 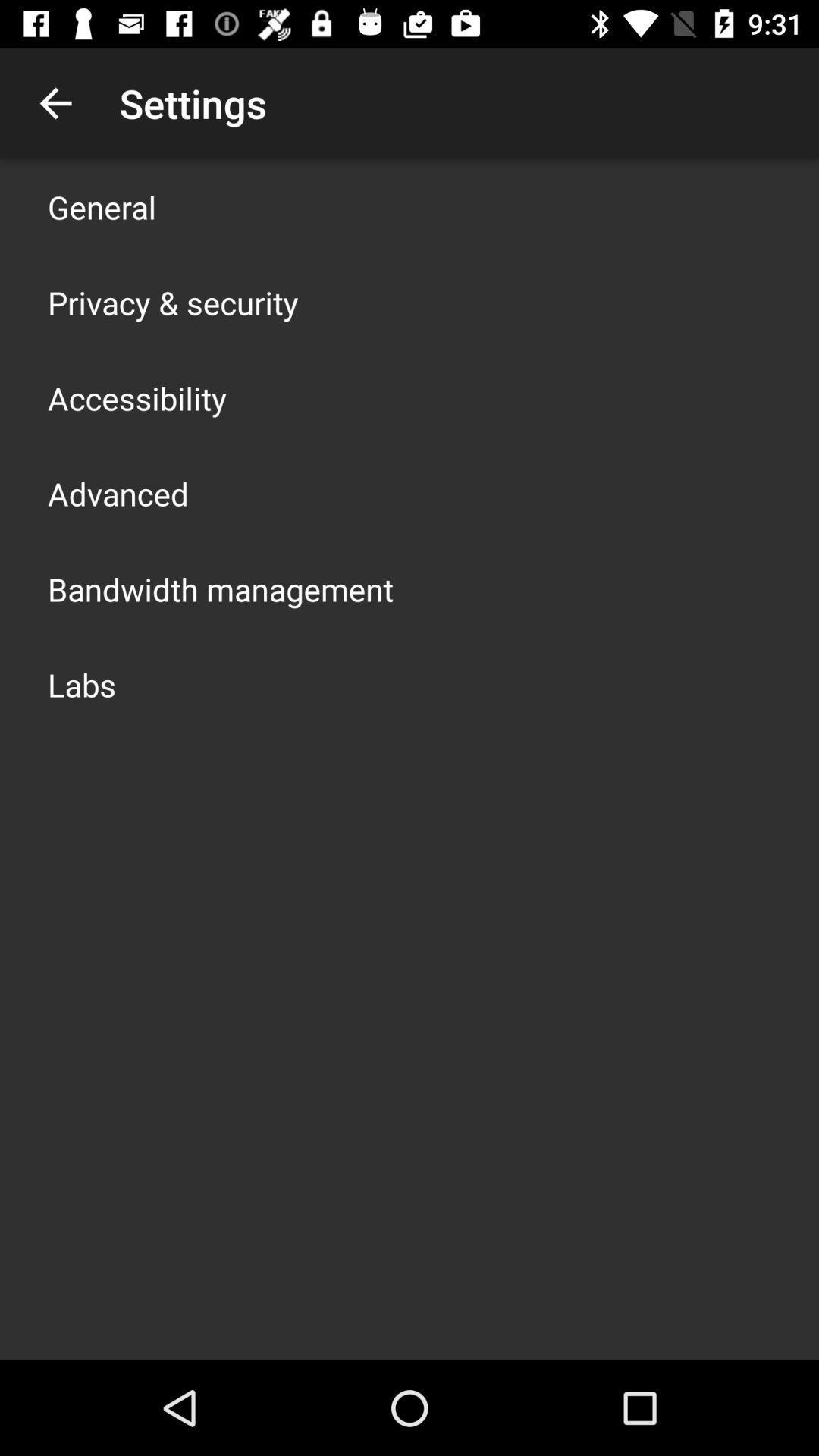 I want to click on app below privacy & security item, so click(x=137, y=397).